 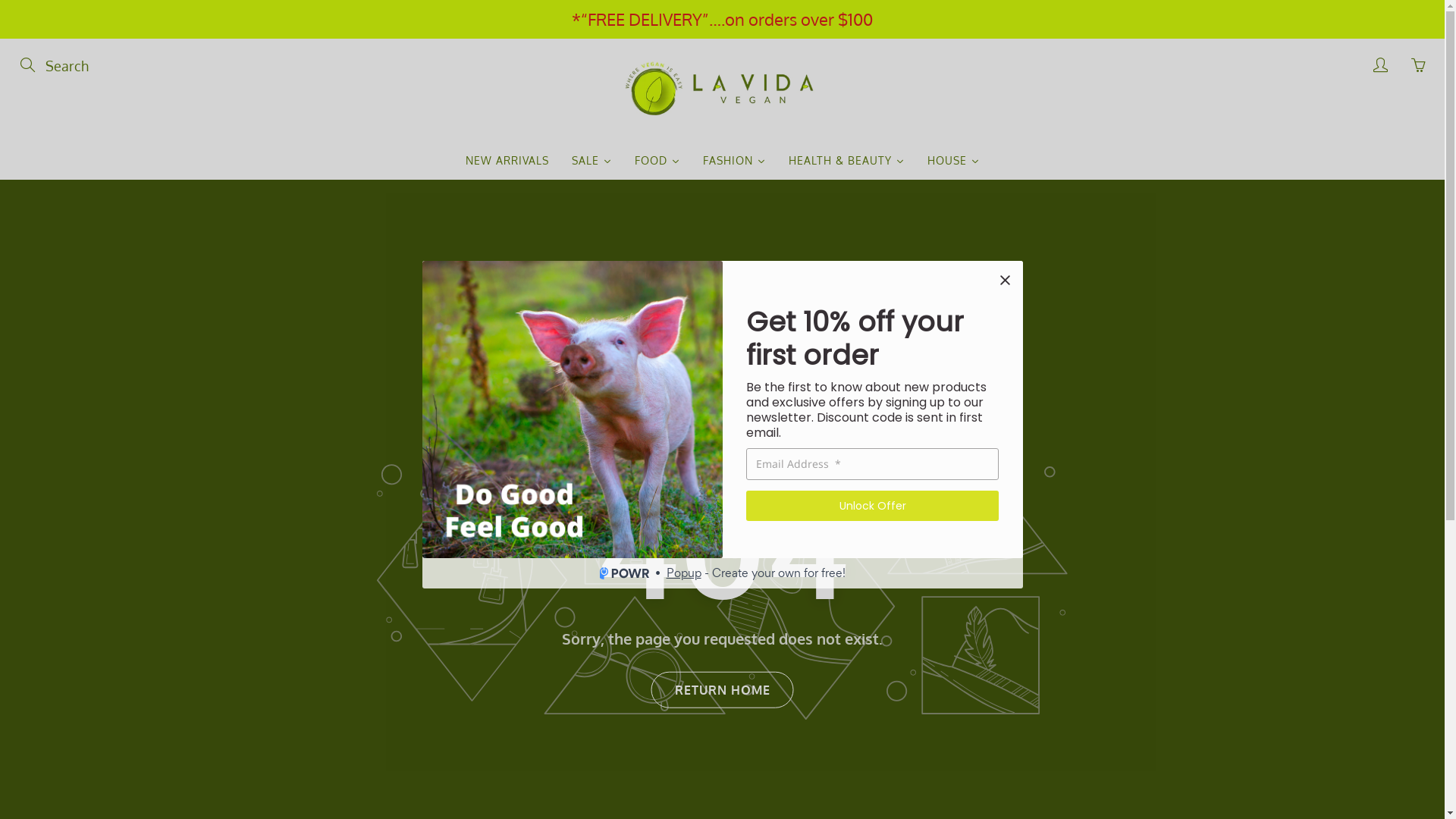 What do you see at coordinates (28, 64) in the screenshot?
I see `'Search'` at bounding box center [28, 64].